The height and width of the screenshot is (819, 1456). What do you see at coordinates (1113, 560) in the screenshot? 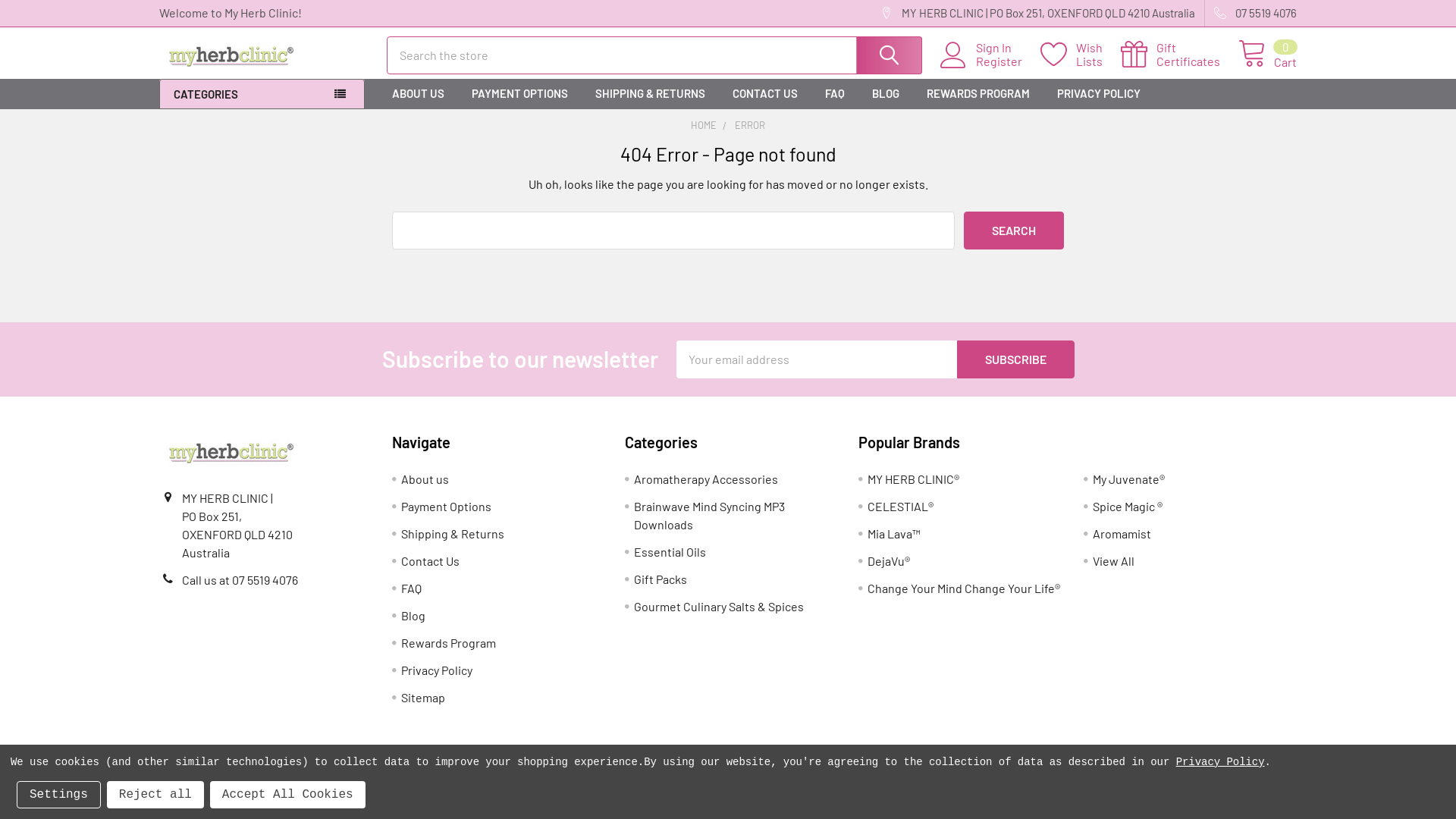
I see `'View All'` at bounding box center [1113, 560].